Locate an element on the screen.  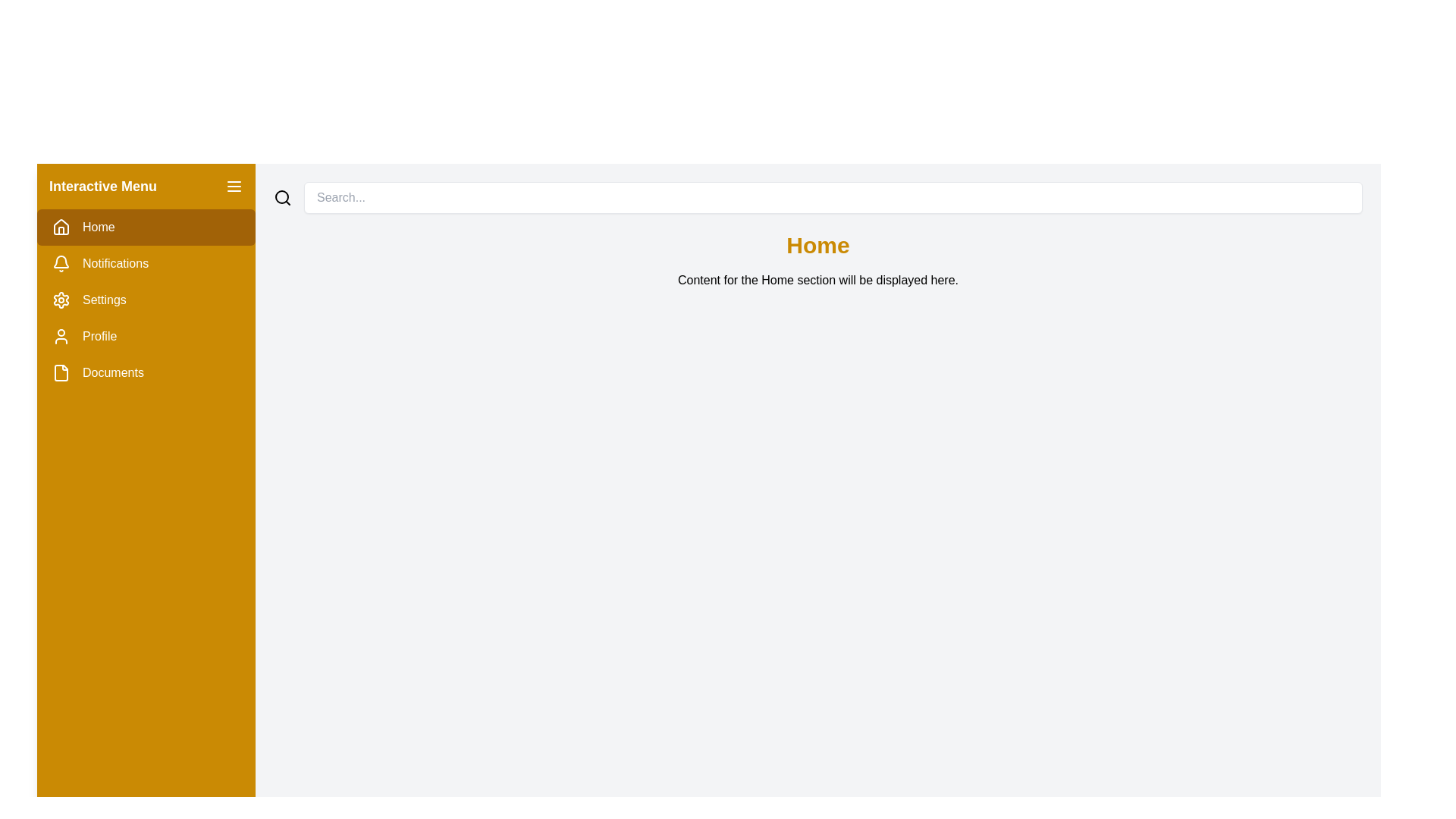
the notifications icon located in the left navigation bar, which is the second item from the top is located at coordinates (61, 262).